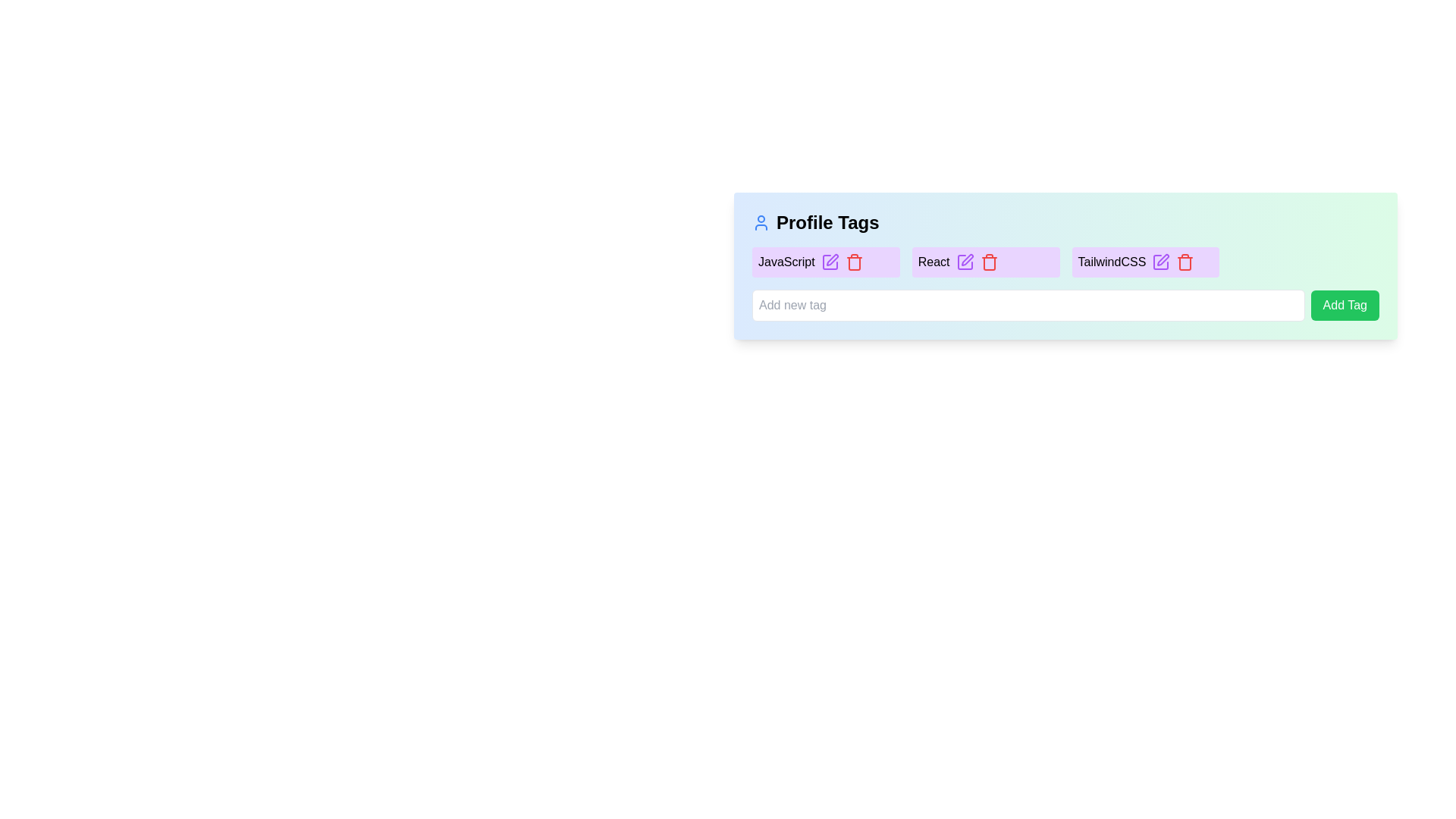  Describe the element at coordinates (964, 262) in the screenshot. I see `the edit icon located next to the 'React' text in the 'Profile Tags' section to initiate an edit action` at that location.